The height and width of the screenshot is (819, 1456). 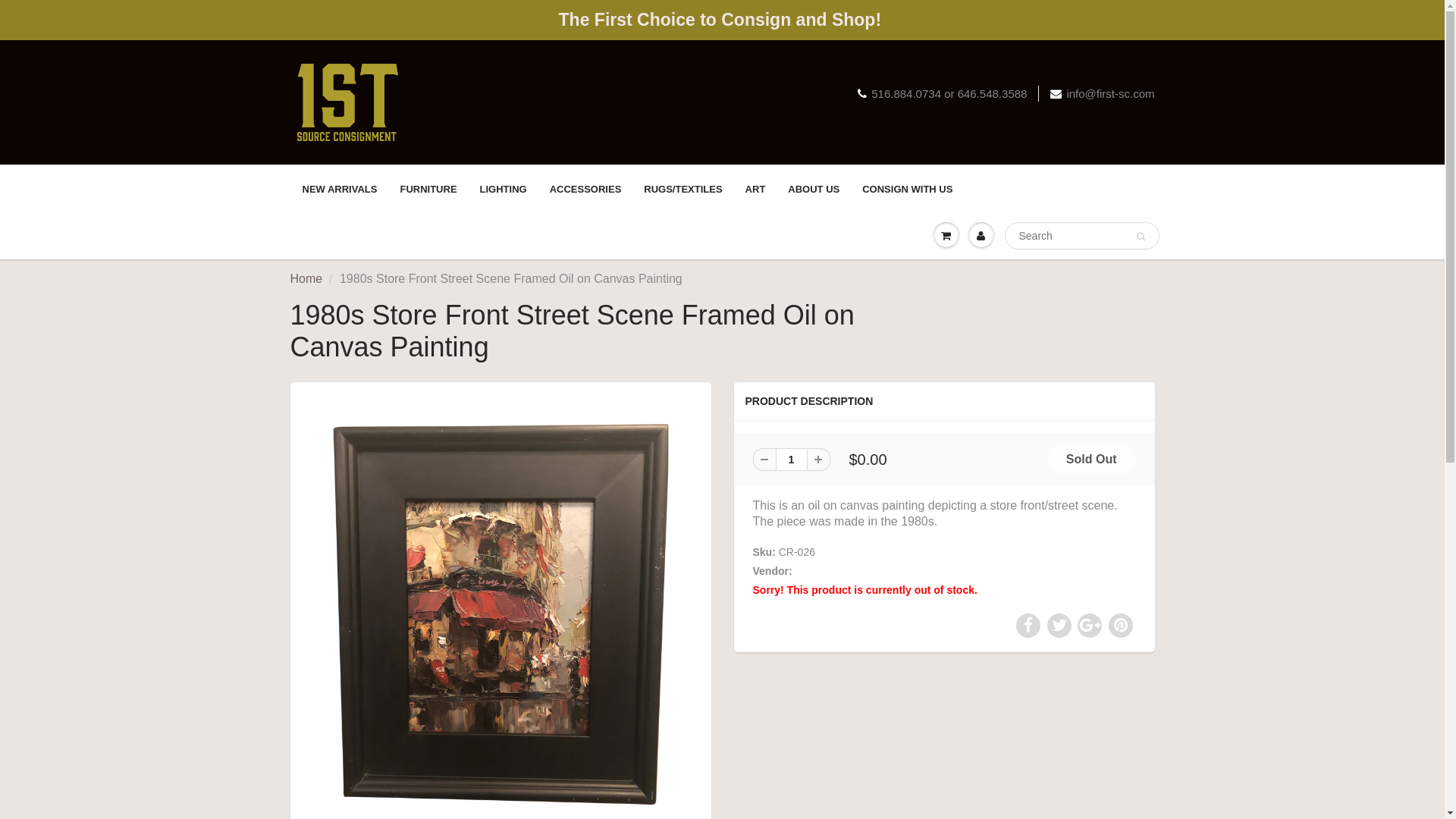 I want to click on 'ACCESSORIES', so click(x=585, y=189).